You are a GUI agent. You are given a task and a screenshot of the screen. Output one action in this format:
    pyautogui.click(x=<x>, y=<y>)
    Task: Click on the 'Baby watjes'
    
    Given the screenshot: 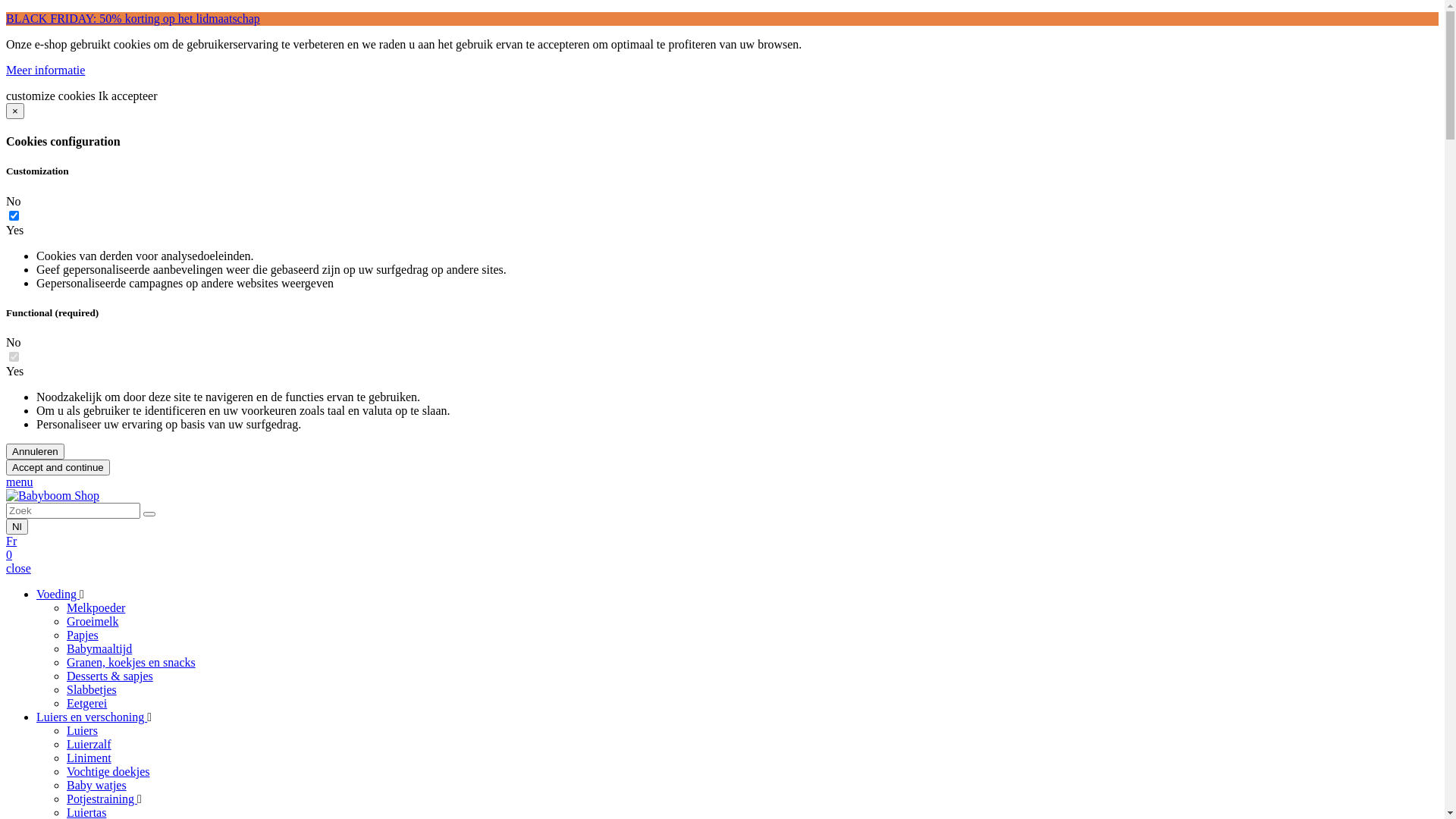 What is the action you would take?
    pyautogui.click(x=96, y=785)
    